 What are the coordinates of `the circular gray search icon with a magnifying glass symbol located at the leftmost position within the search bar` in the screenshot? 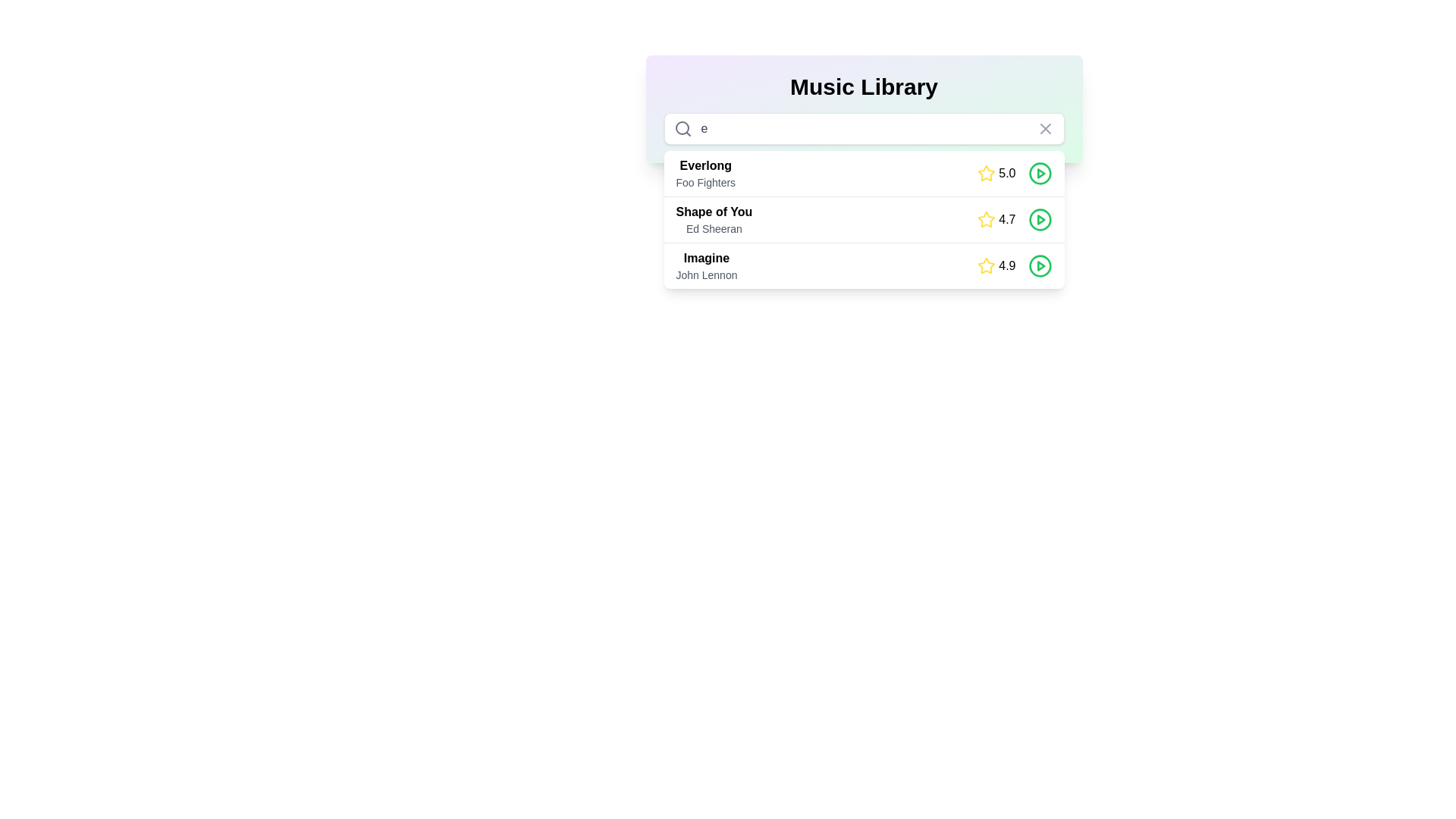 It's located at (682, 127).